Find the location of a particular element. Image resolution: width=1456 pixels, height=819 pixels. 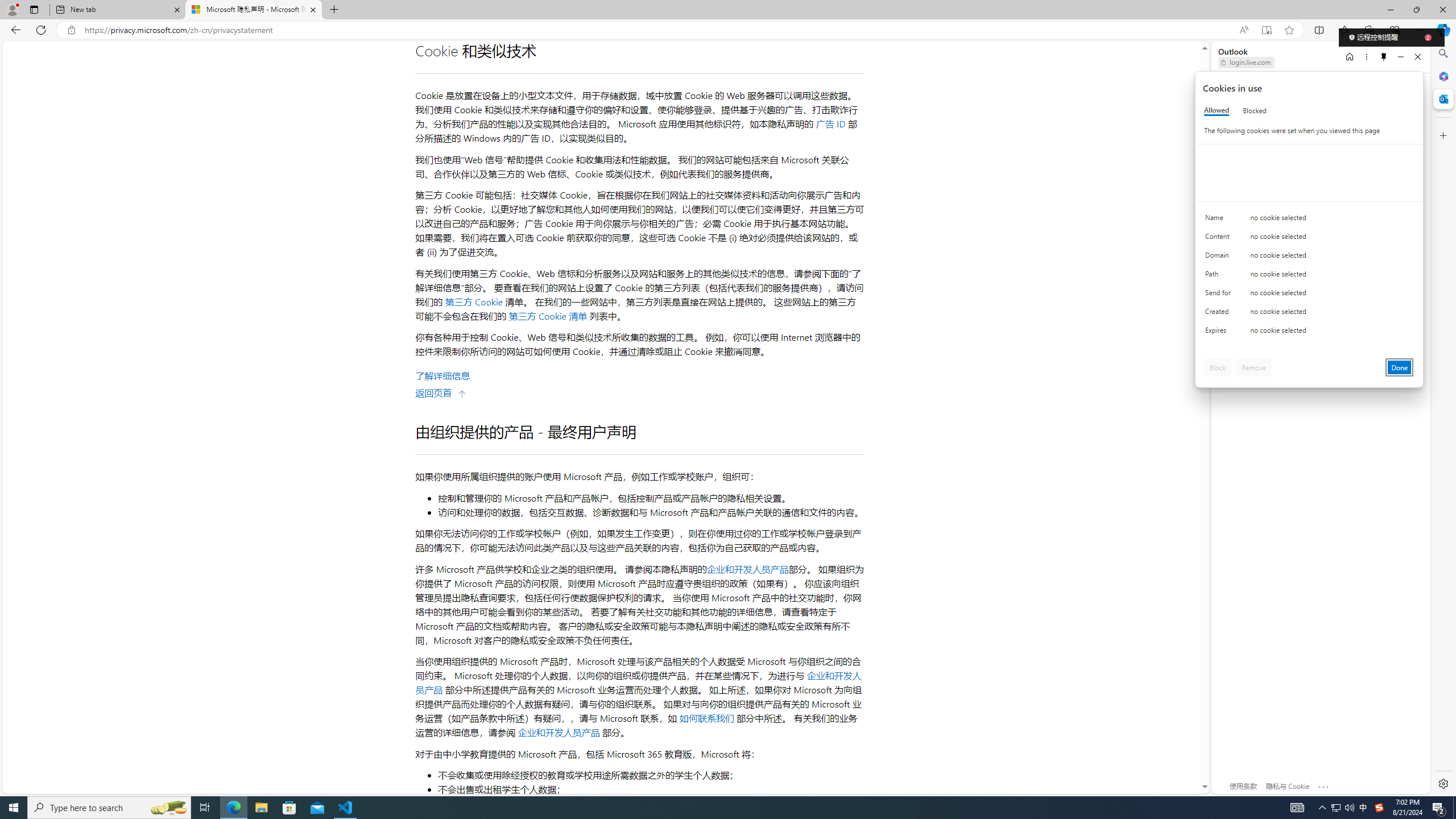

'Remove' is located at coordinates (1254, 367).